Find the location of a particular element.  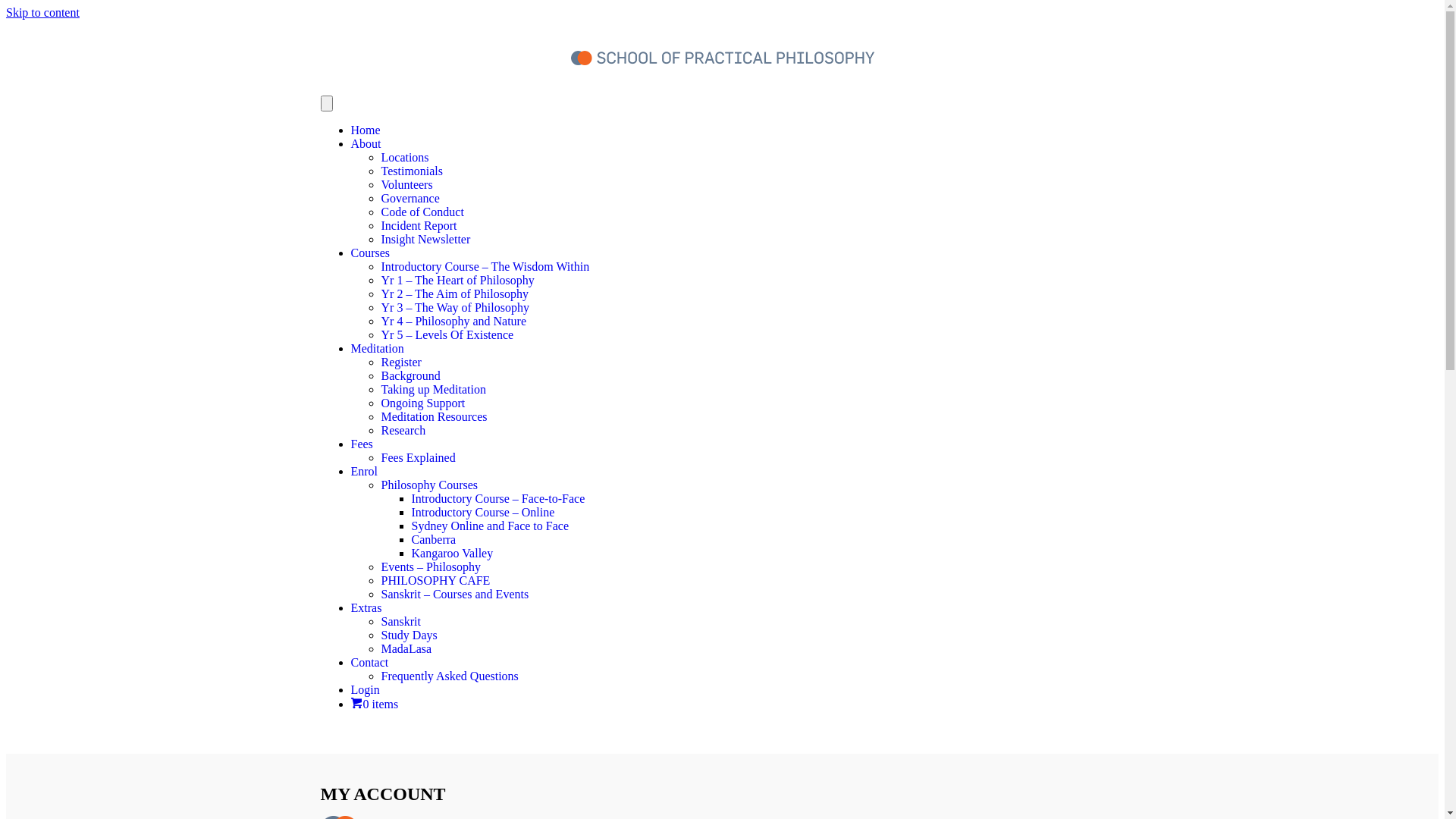

'Code of Conduct' is located at coordinates (381, 212).